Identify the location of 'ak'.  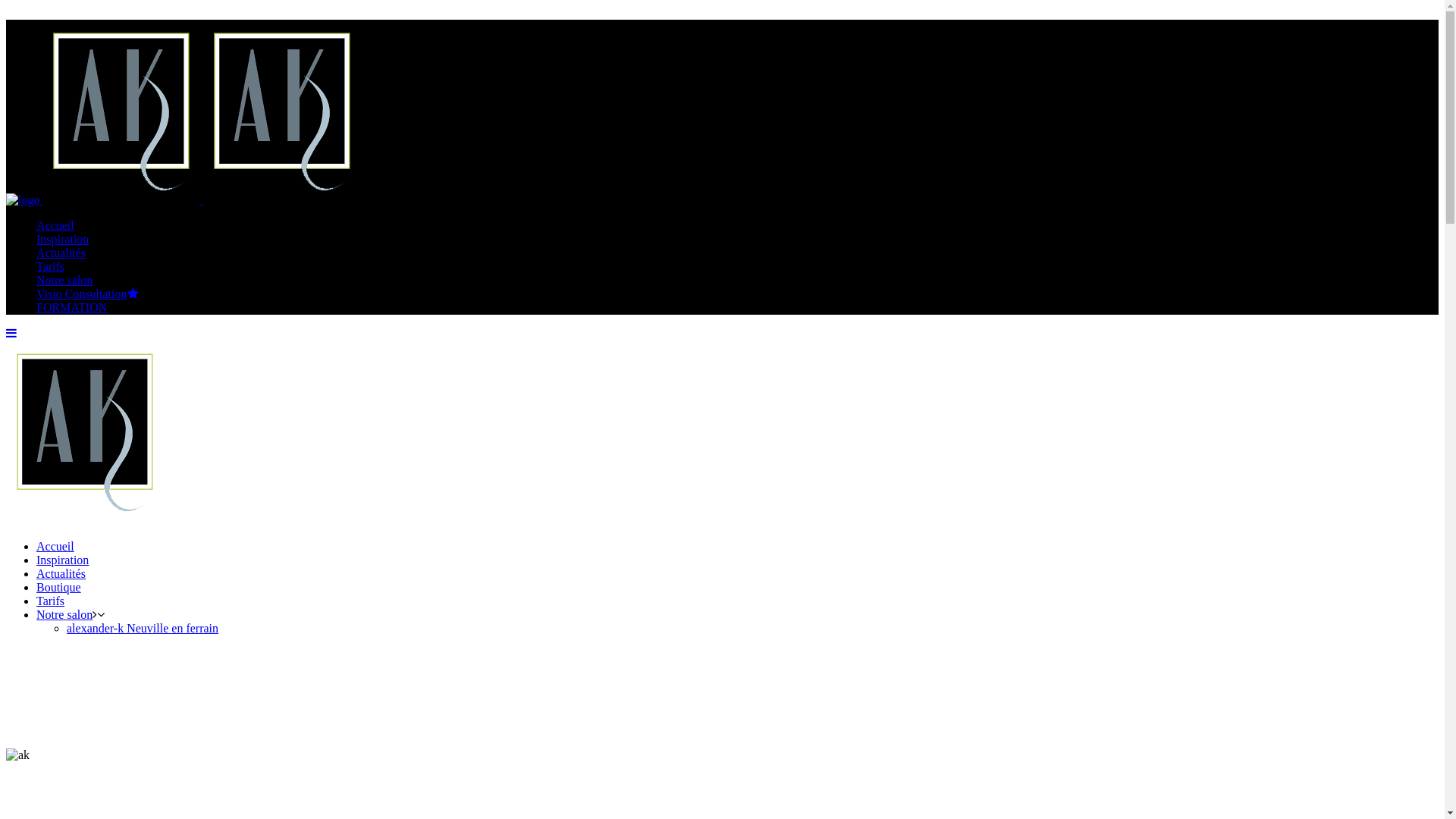
(17, 755).